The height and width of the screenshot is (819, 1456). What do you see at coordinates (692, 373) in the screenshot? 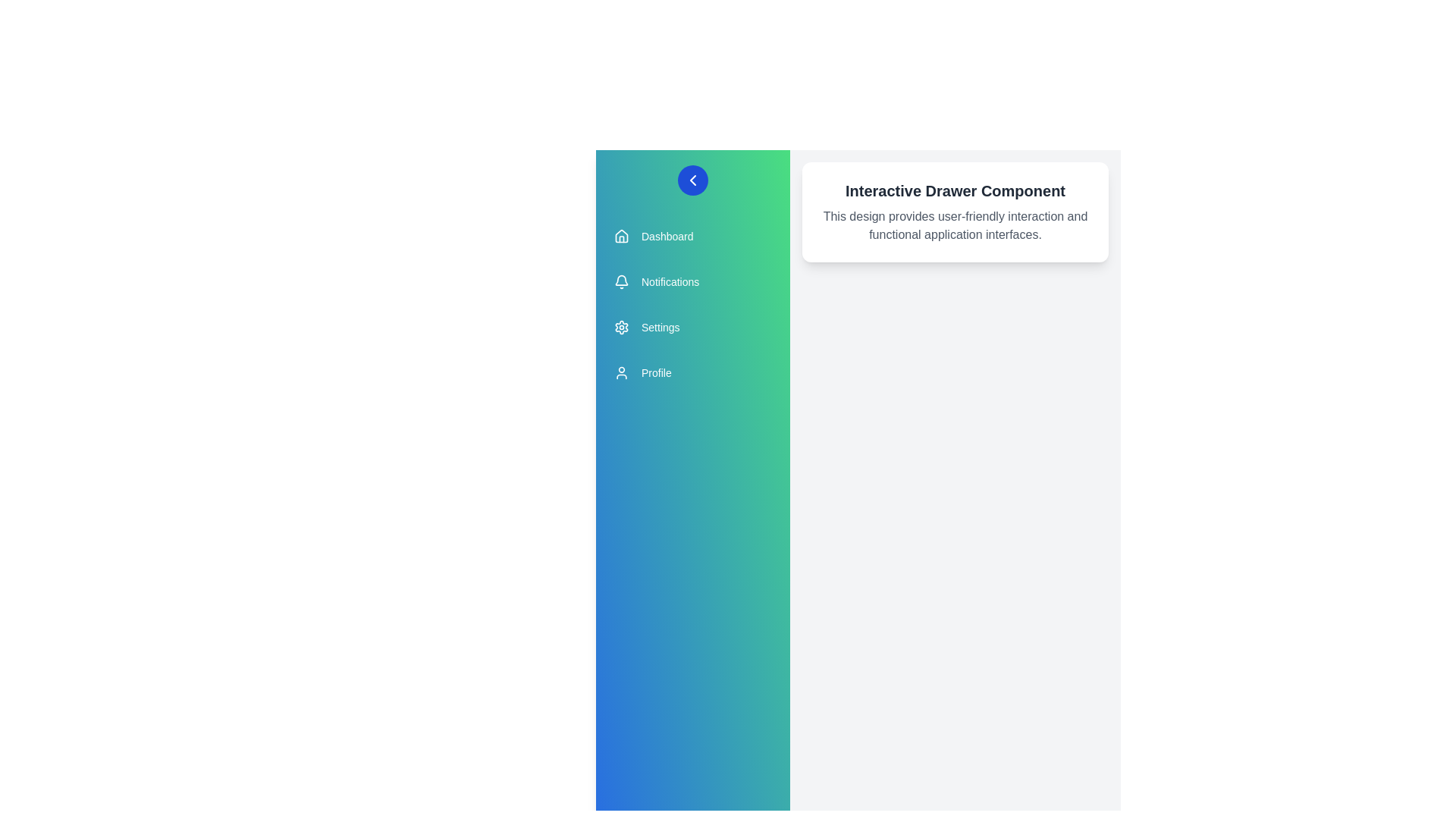
I see `the menu item Profile to observe the hover effect` at bounding box center [692, 373].